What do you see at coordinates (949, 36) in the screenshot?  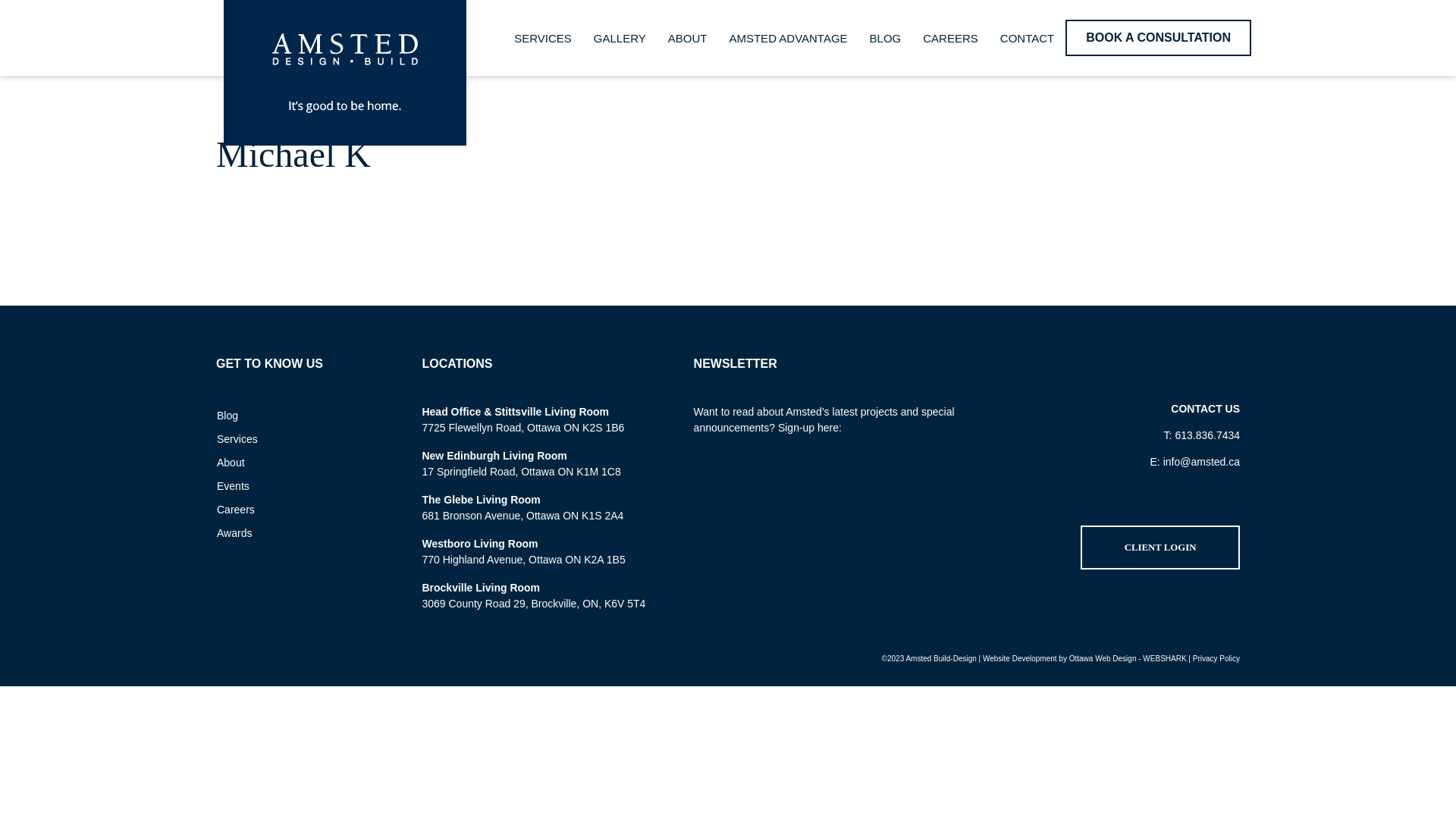 I see `'CAREERS'` at bounding box center [949, 36].